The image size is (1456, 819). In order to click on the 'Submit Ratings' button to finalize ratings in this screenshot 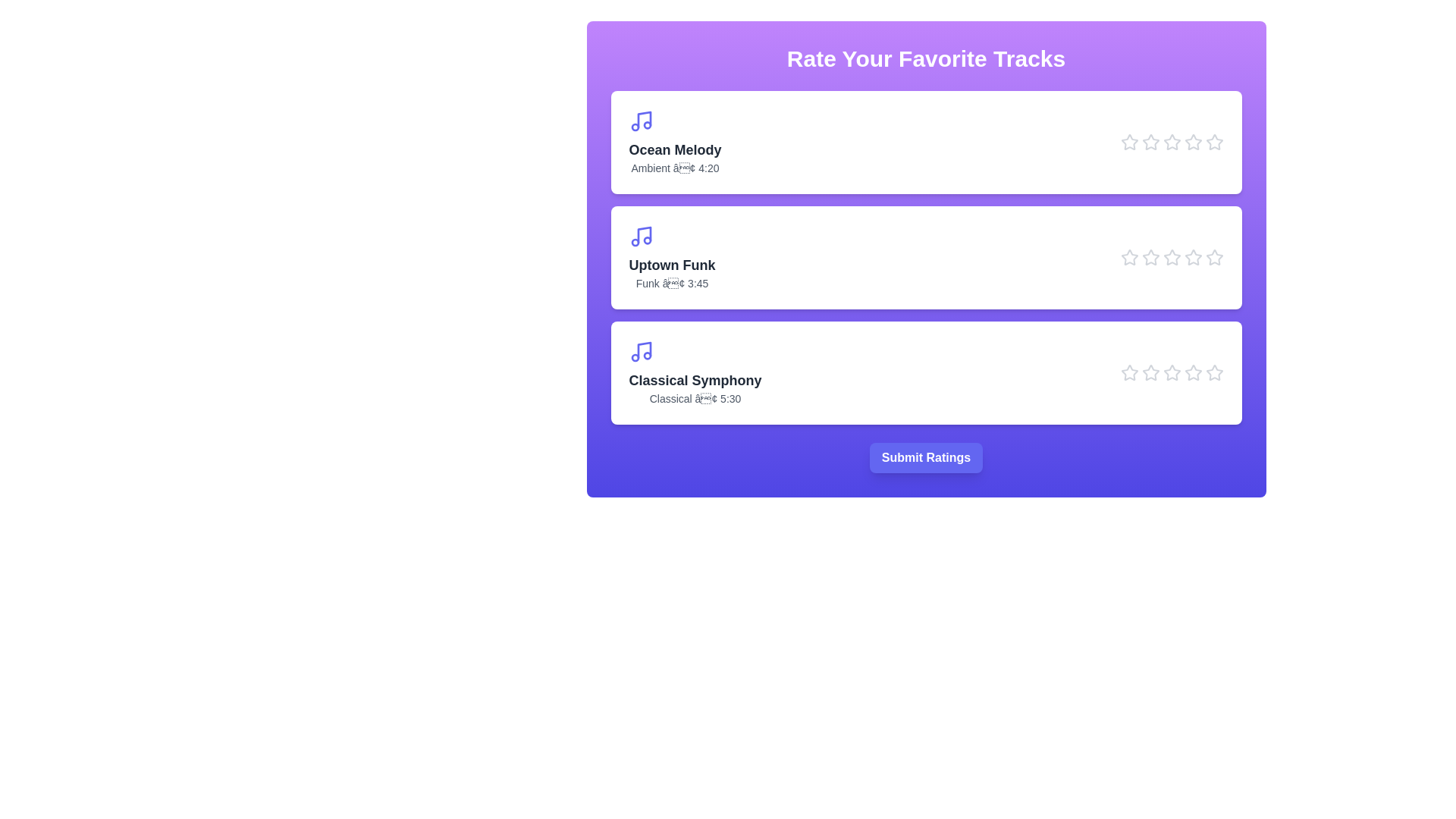, I will do `click(925, 457)`.